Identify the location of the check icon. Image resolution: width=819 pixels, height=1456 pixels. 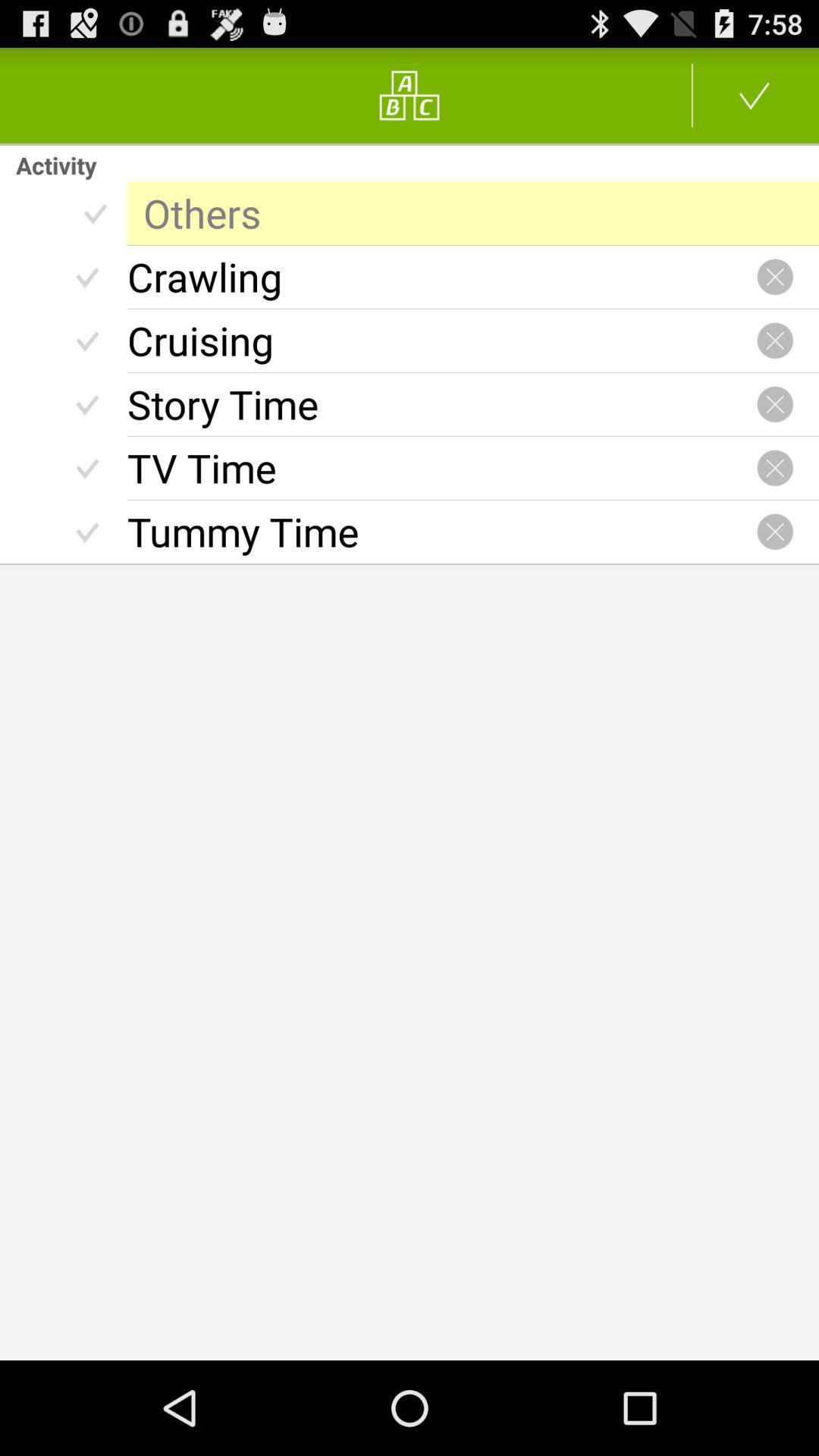
(755, 101).